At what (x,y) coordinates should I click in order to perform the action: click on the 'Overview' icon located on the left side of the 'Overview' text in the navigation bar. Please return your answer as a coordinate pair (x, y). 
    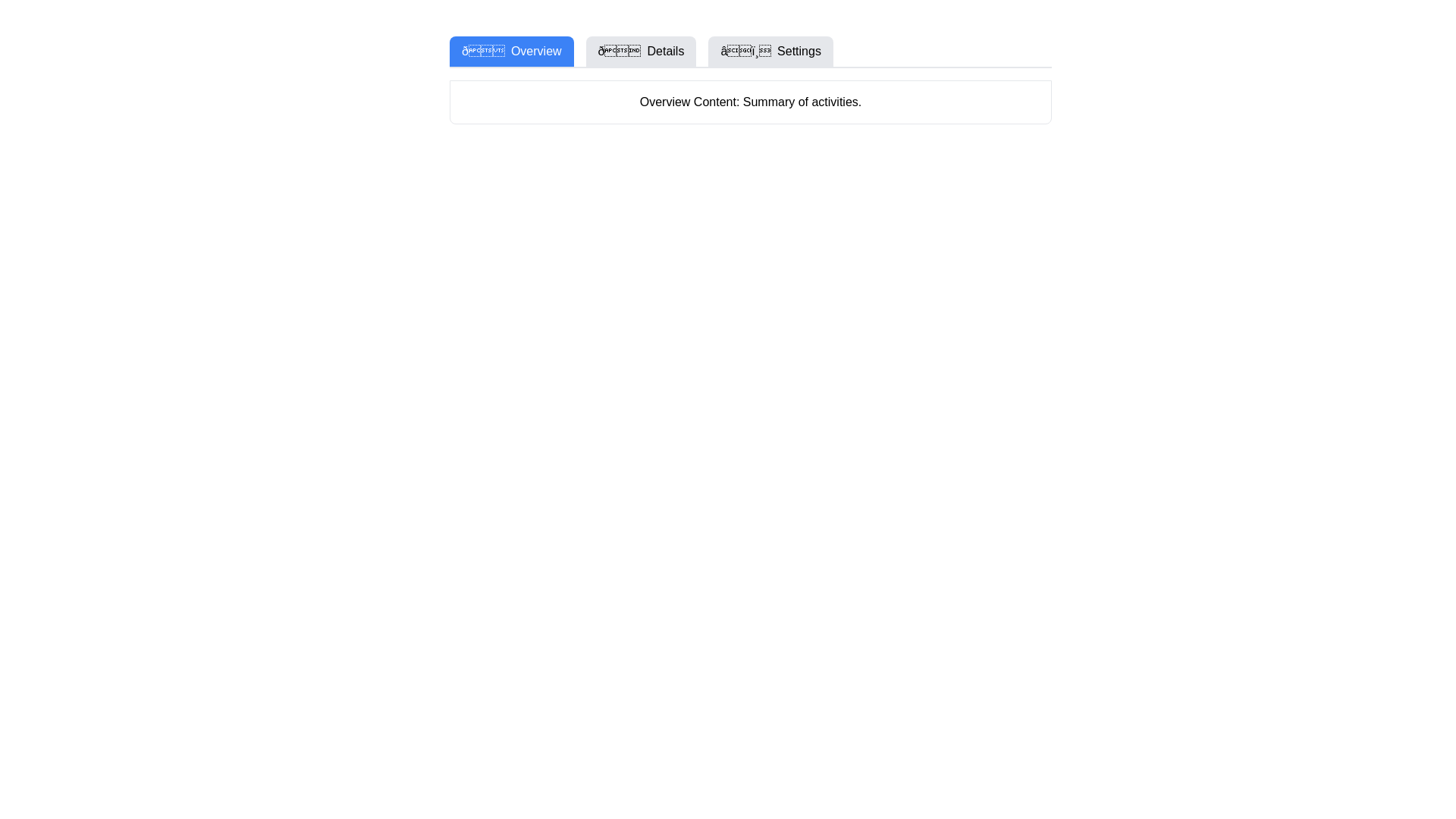
    Looking at the image, I should click on (482, 50).